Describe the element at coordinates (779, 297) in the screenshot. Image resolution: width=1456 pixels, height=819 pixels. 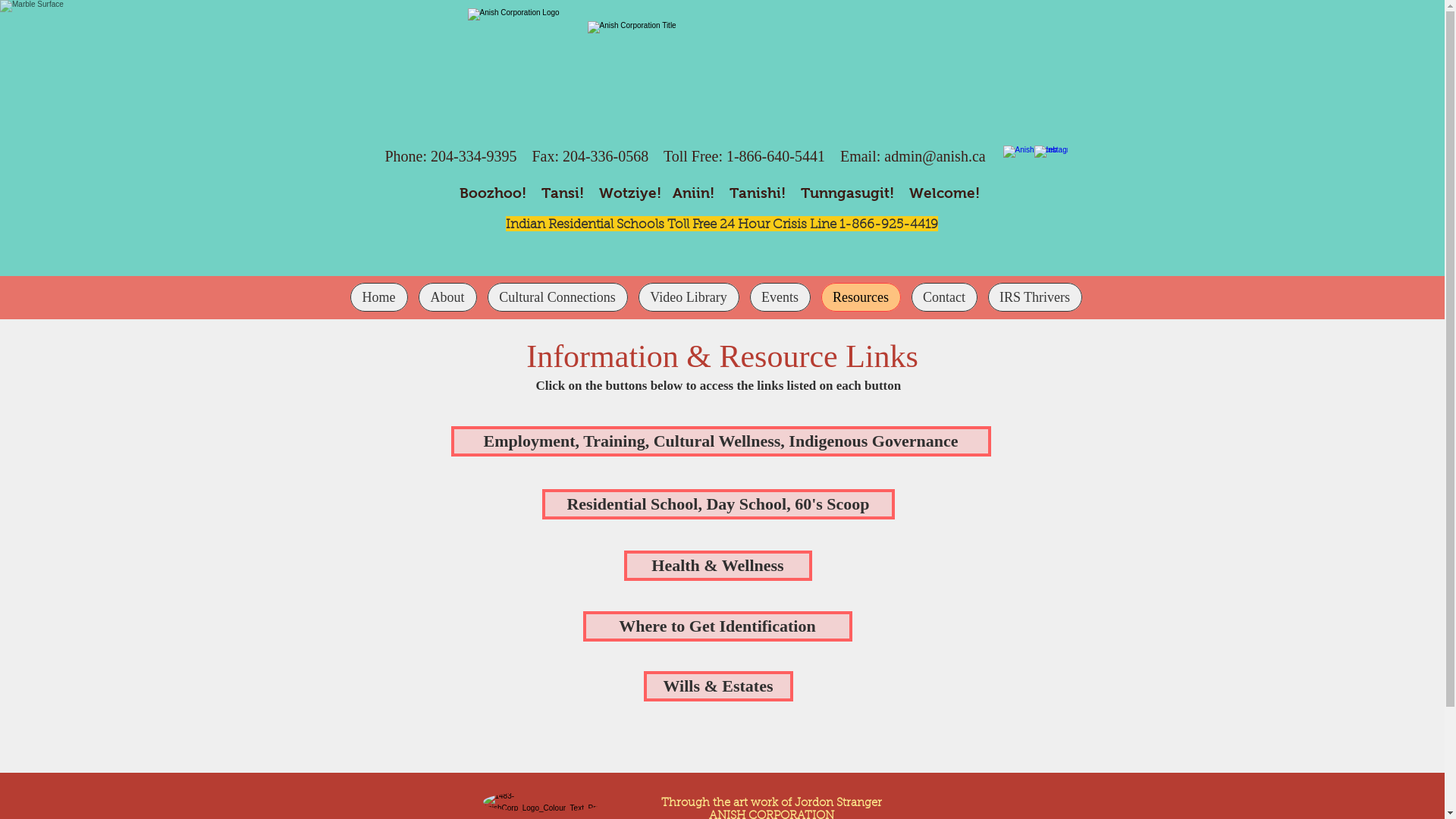
I see `'Events'` at that location.